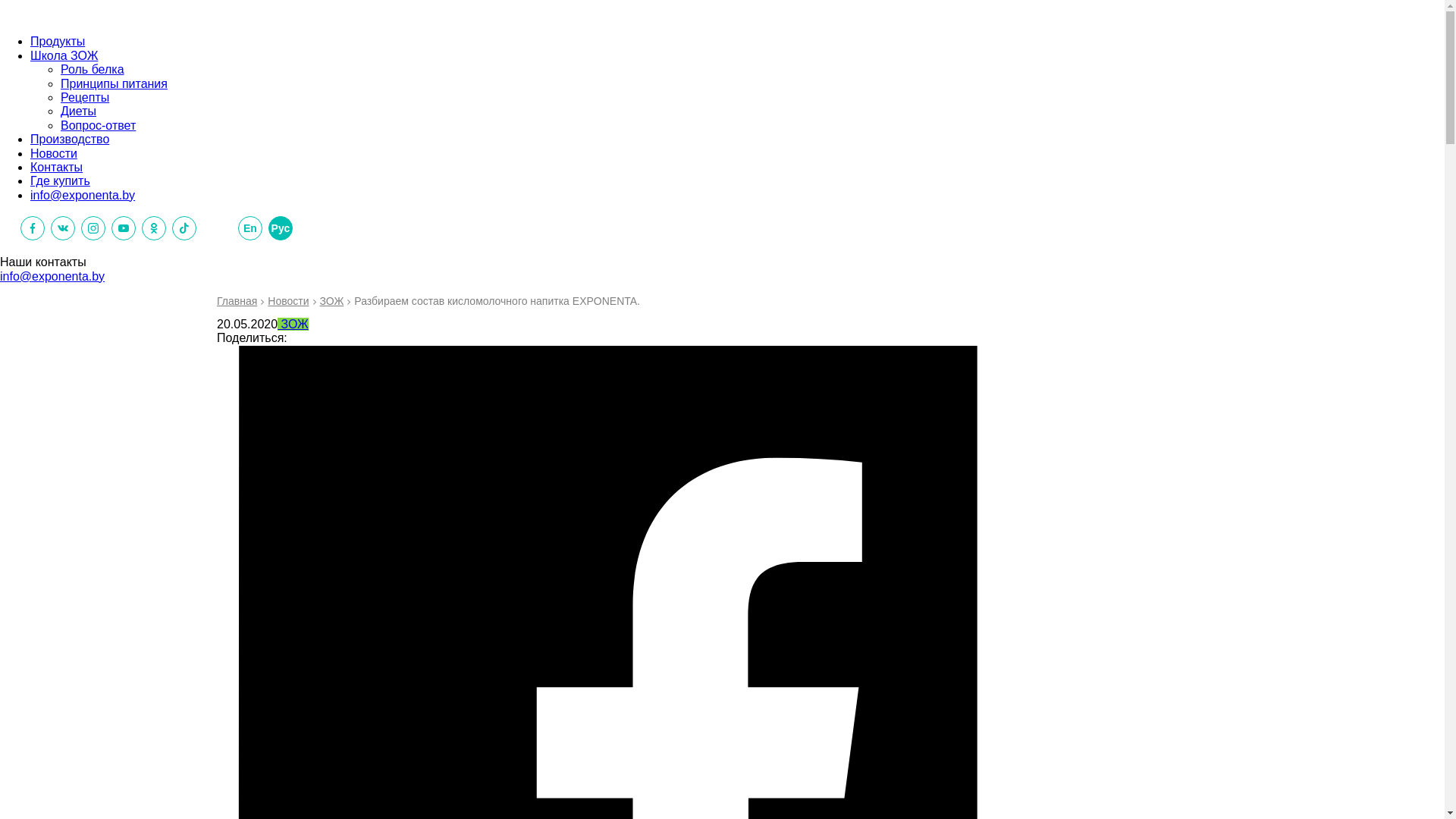 This screenshot has width=1456, height=819. I want to click on 'info@exponenta.by', so click(82, 194).